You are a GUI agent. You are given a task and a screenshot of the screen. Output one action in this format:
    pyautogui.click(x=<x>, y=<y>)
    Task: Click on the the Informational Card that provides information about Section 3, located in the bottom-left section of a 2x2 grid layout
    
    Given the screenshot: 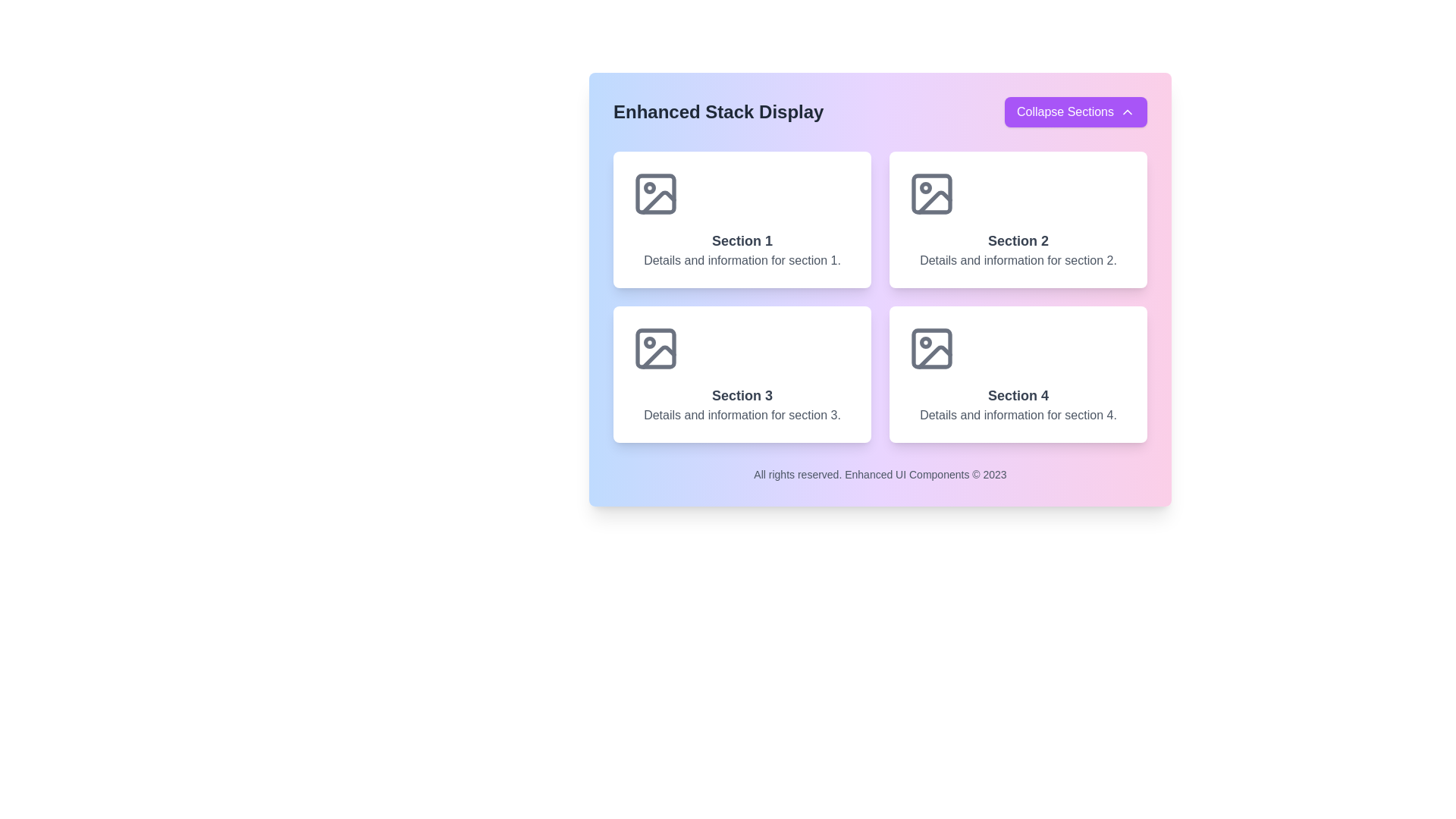 What is the action you would take?
    pyautogui.click(x=742, y=374)
    